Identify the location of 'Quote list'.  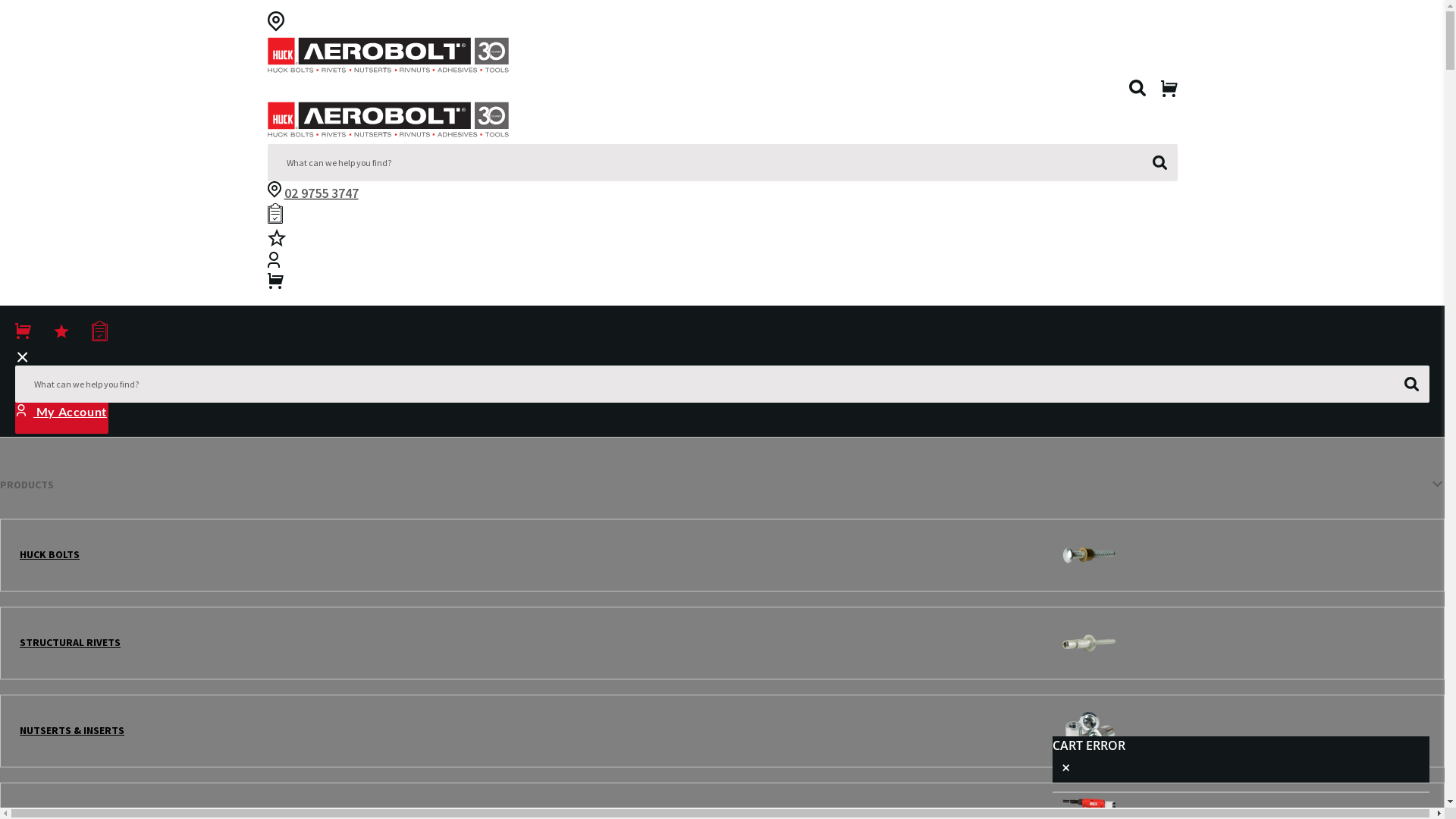
(266, 216).